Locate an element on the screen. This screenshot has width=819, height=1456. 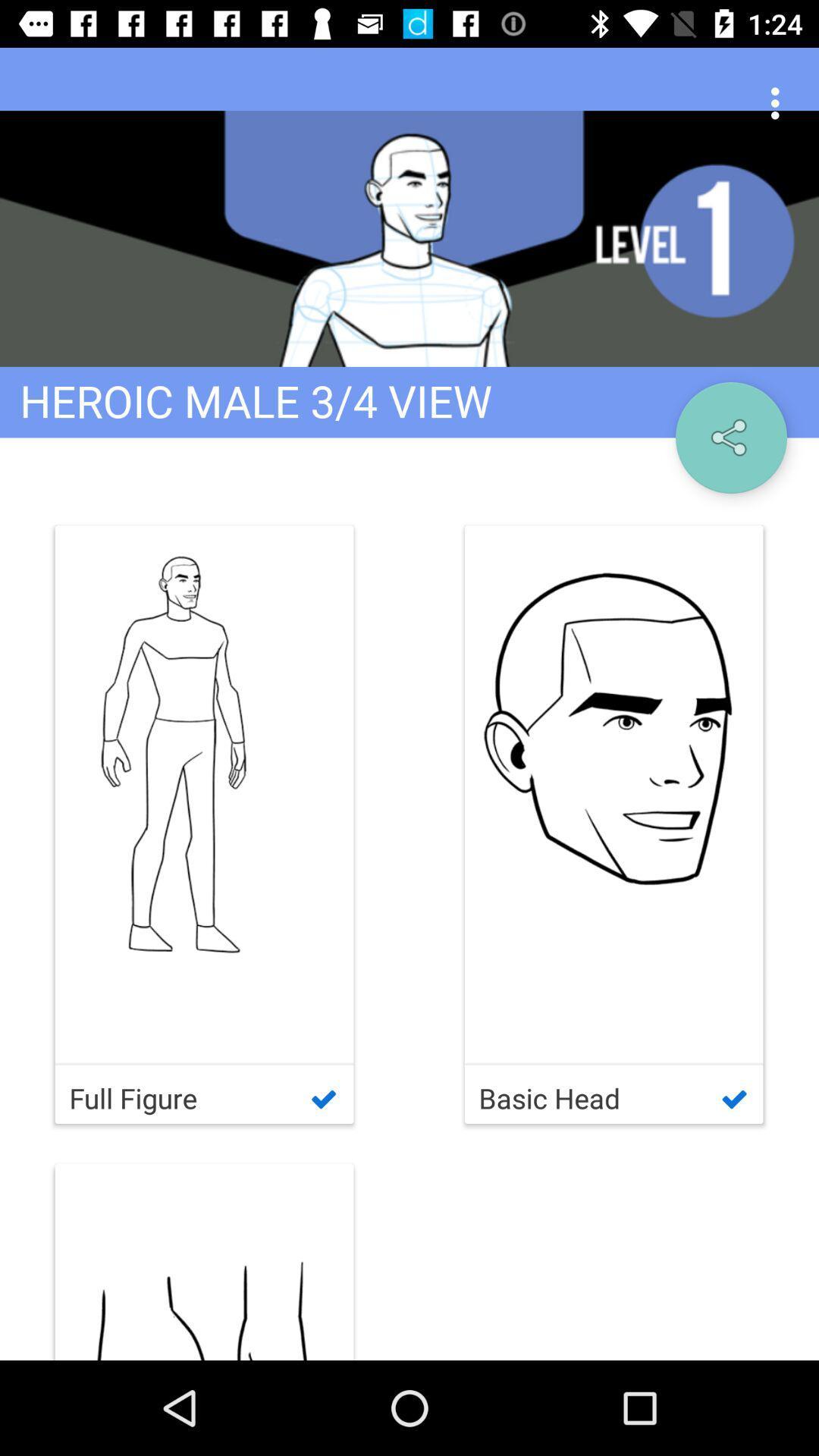
the share icon is located at coordinates (730, 437).